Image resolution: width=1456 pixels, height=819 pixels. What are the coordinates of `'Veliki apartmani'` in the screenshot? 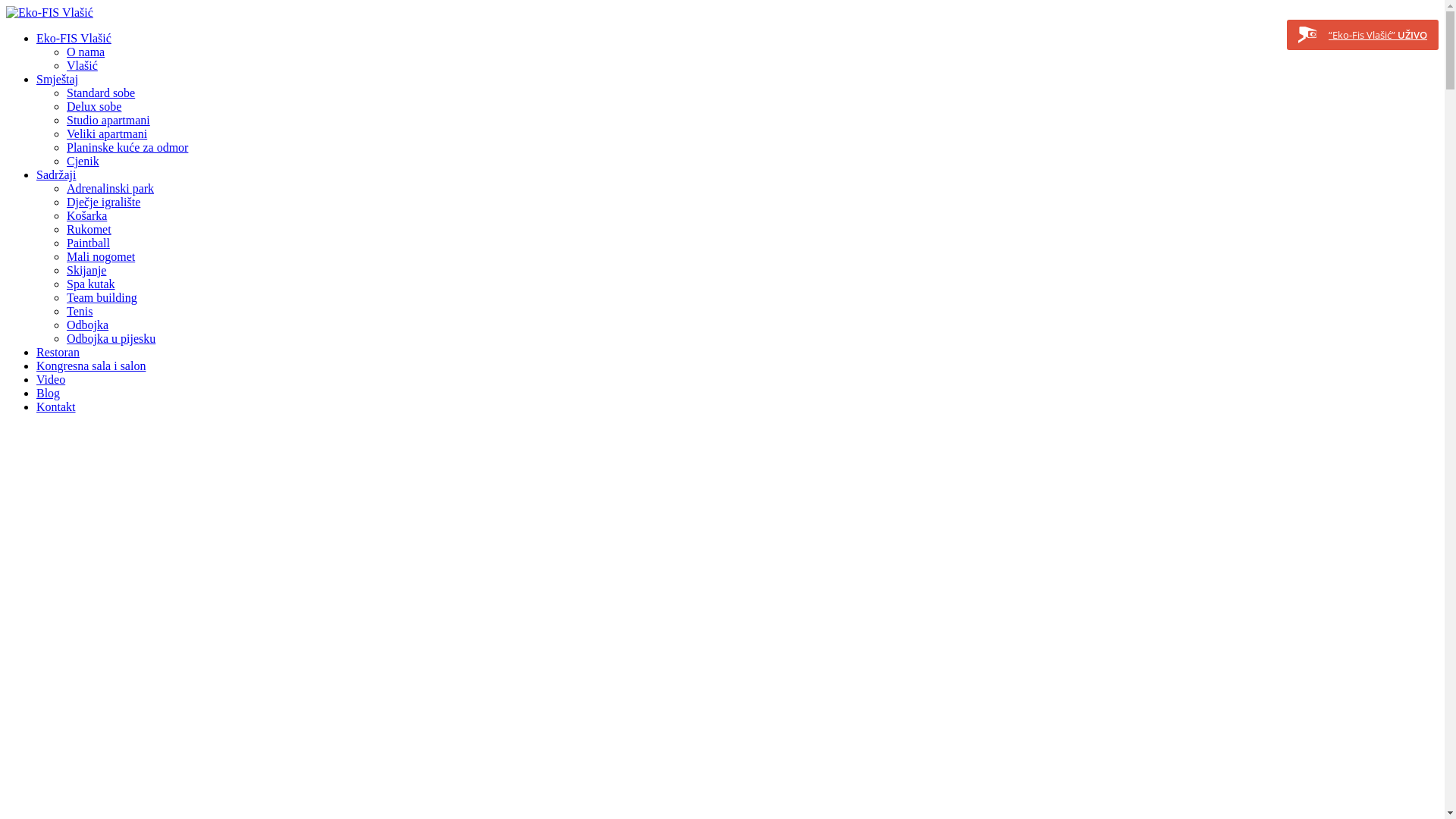 It's located at (105, 133).